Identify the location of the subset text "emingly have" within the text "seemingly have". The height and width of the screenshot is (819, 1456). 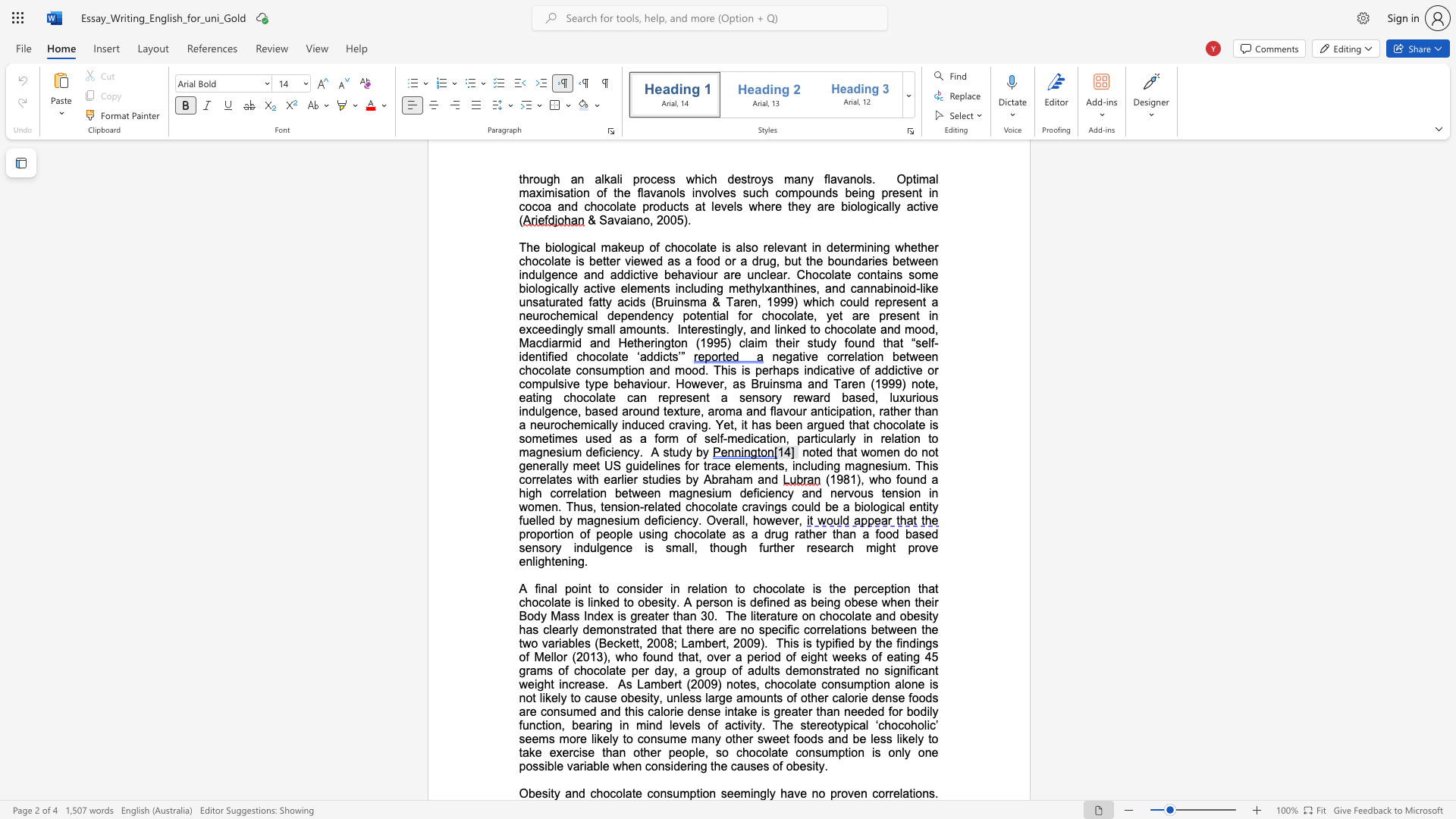
(733, 792).